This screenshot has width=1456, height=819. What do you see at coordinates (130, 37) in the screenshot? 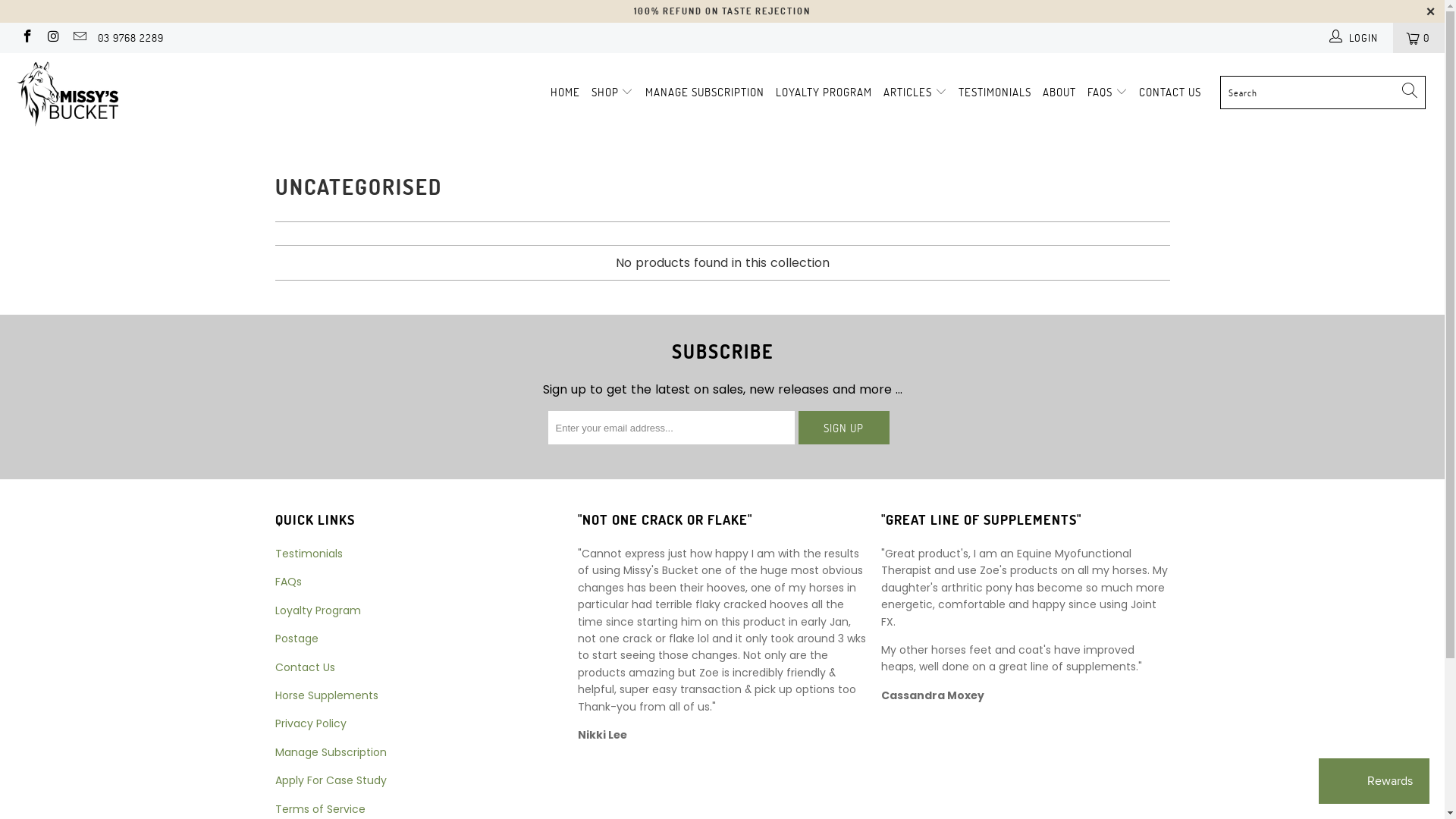
I see `'03 9768 2289'` at bounding box center [130, 37].